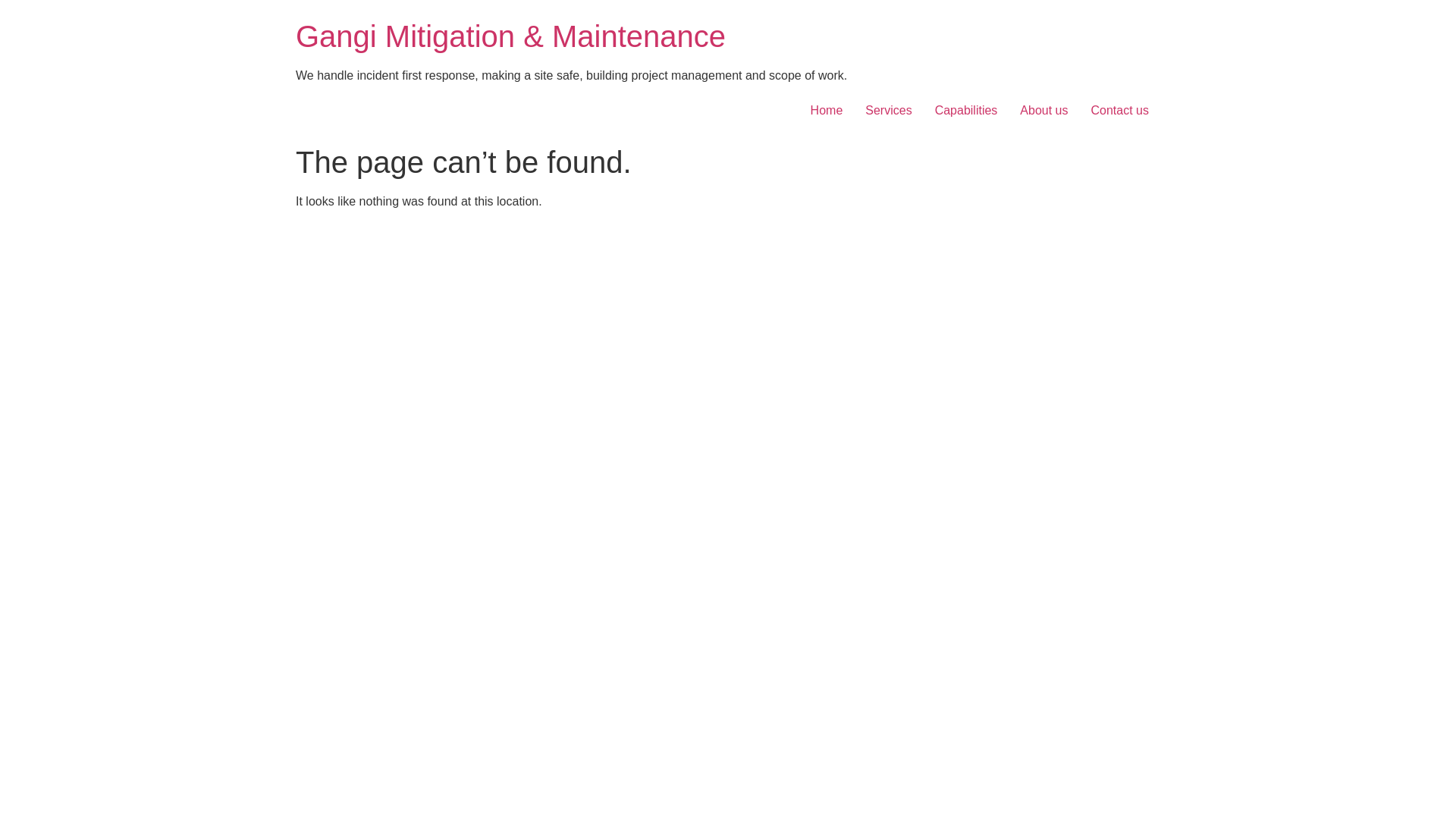 The width and height of the screenshot is (1456, 819). What do you see at coordinates (1043, 110) in the screenshot?
I see `'About us'` at bounding box center [1043, 110].